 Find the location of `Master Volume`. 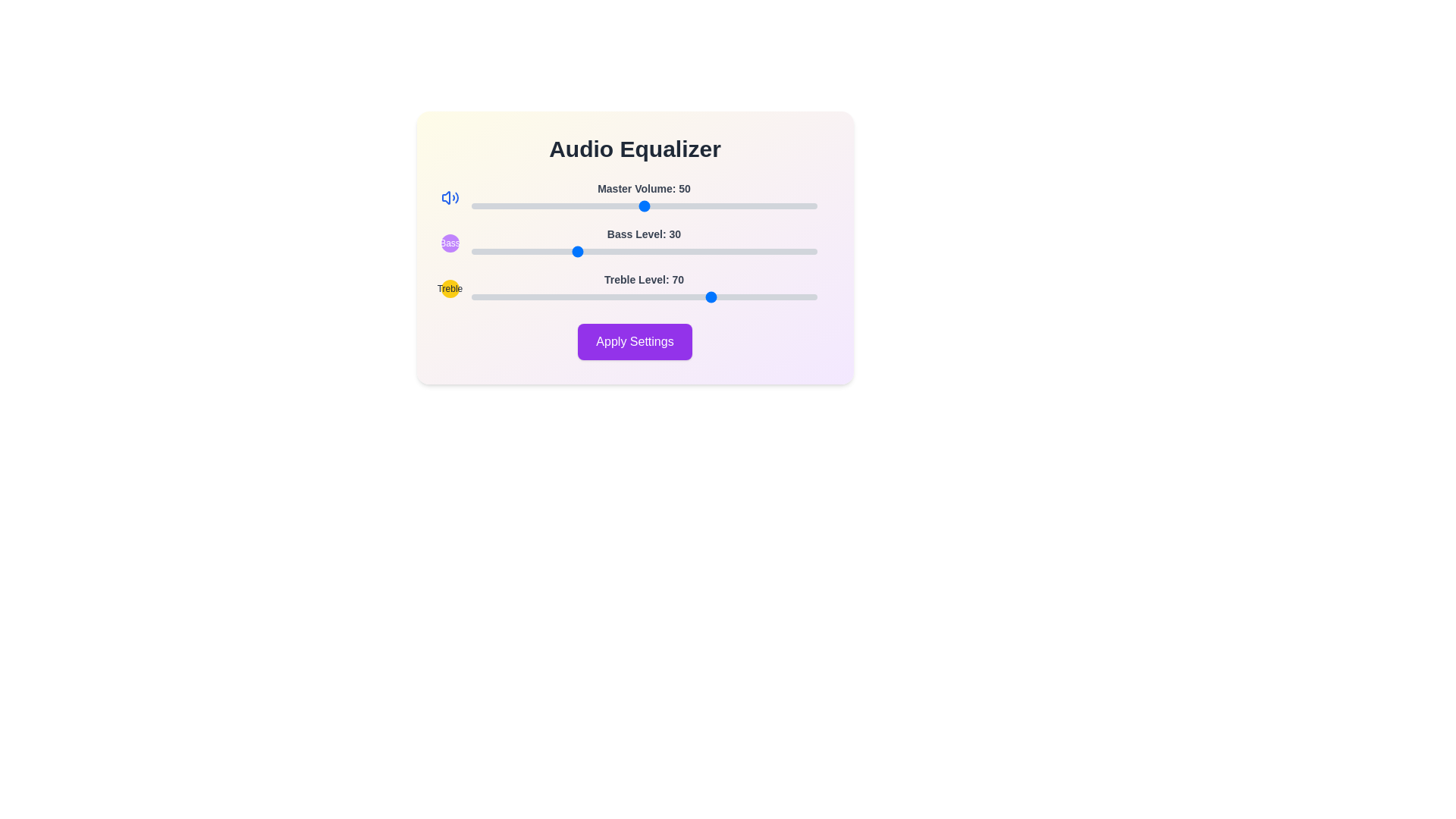

Master Volume is located at coordinates (692, 206).